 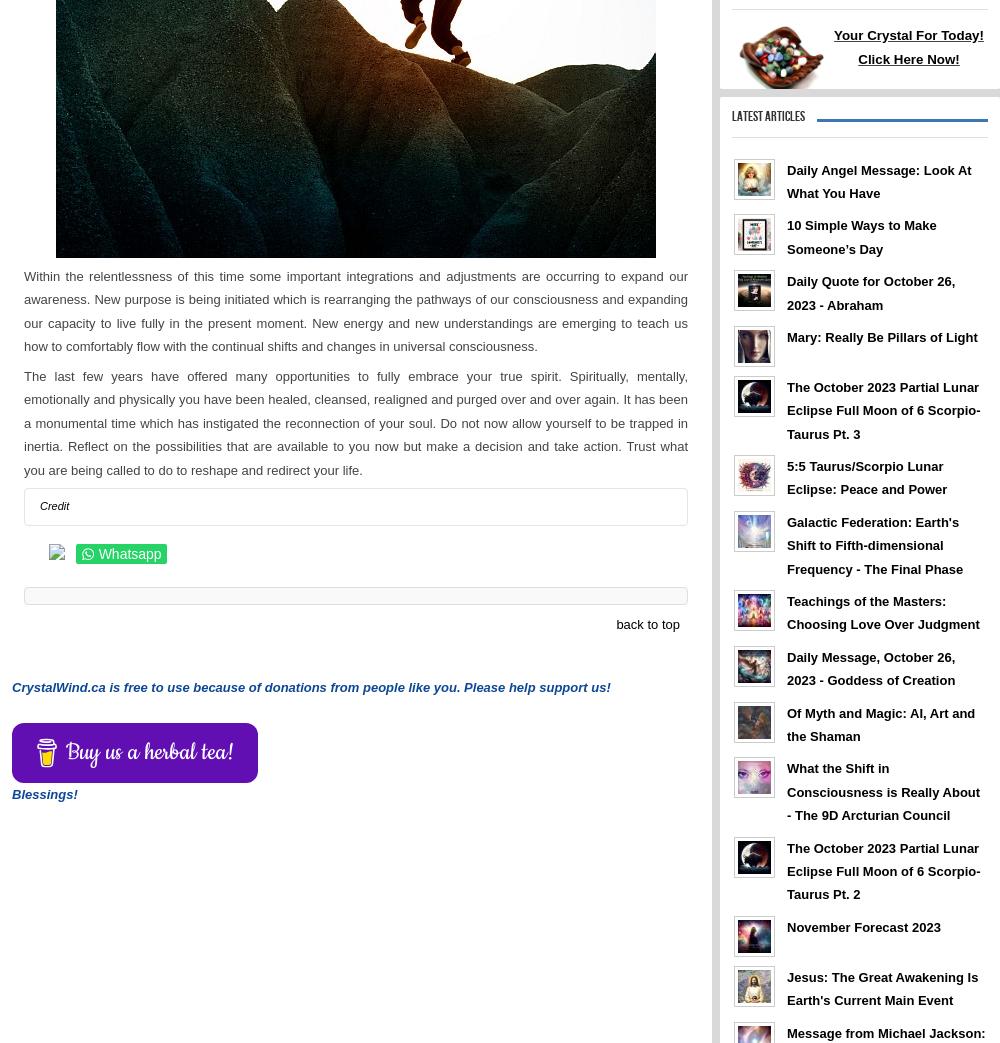 I want to click on 'Within the relentlessness of this time some important integrations and adjustments are occurring to expand our awareness. New purpose is being initiated which is rearranging the pathways of our consciousness and expanding our capacity to live fully in the present moment. New energy and new understandings are emerging to teach us how to comfortably flow with the continual shifts and changes in universal consciousness.', so click(x=24, y=310).